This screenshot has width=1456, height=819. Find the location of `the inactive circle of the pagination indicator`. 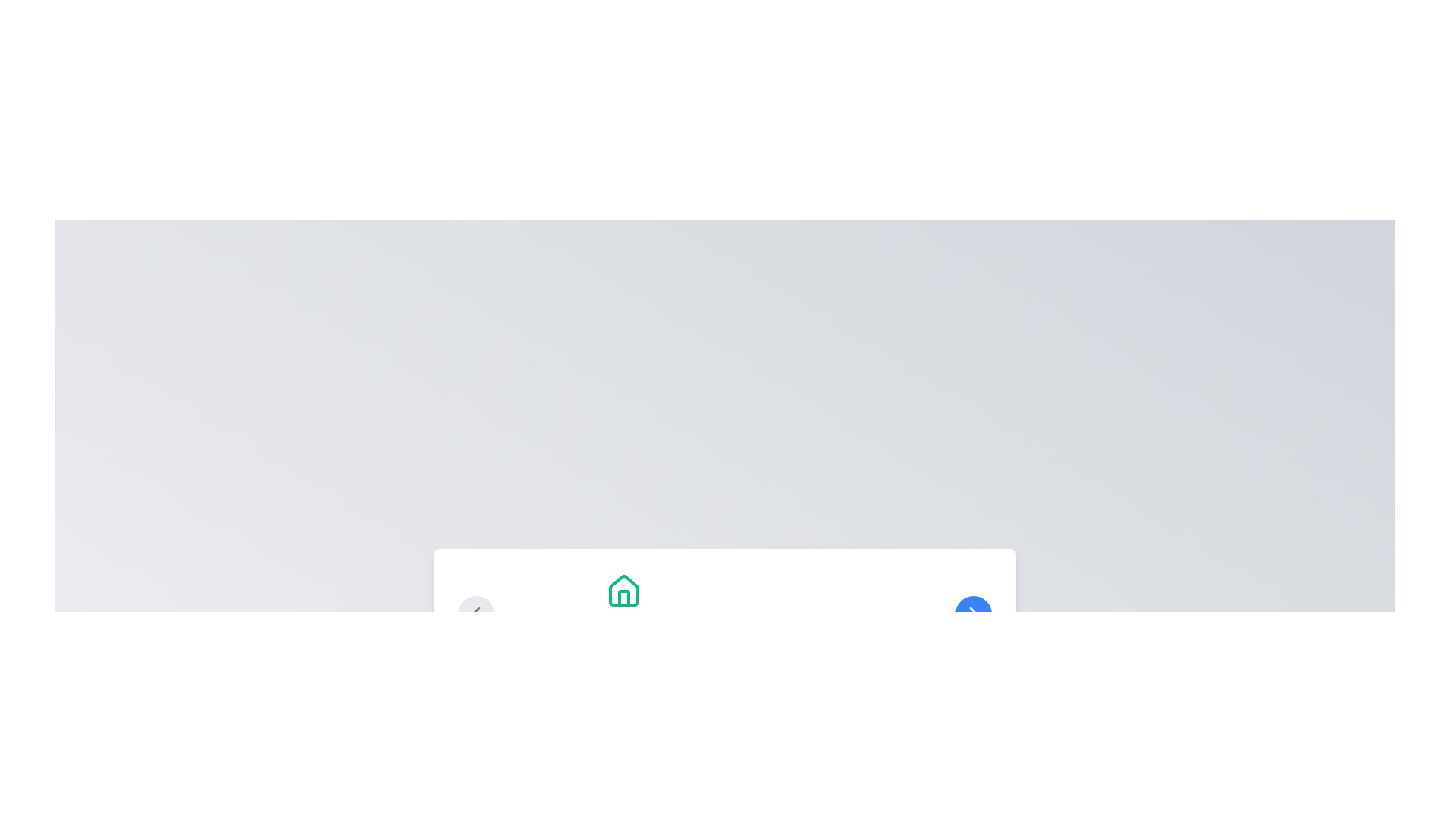

the inactive circle of the pagination indicator is located at coordinates (723, 678).